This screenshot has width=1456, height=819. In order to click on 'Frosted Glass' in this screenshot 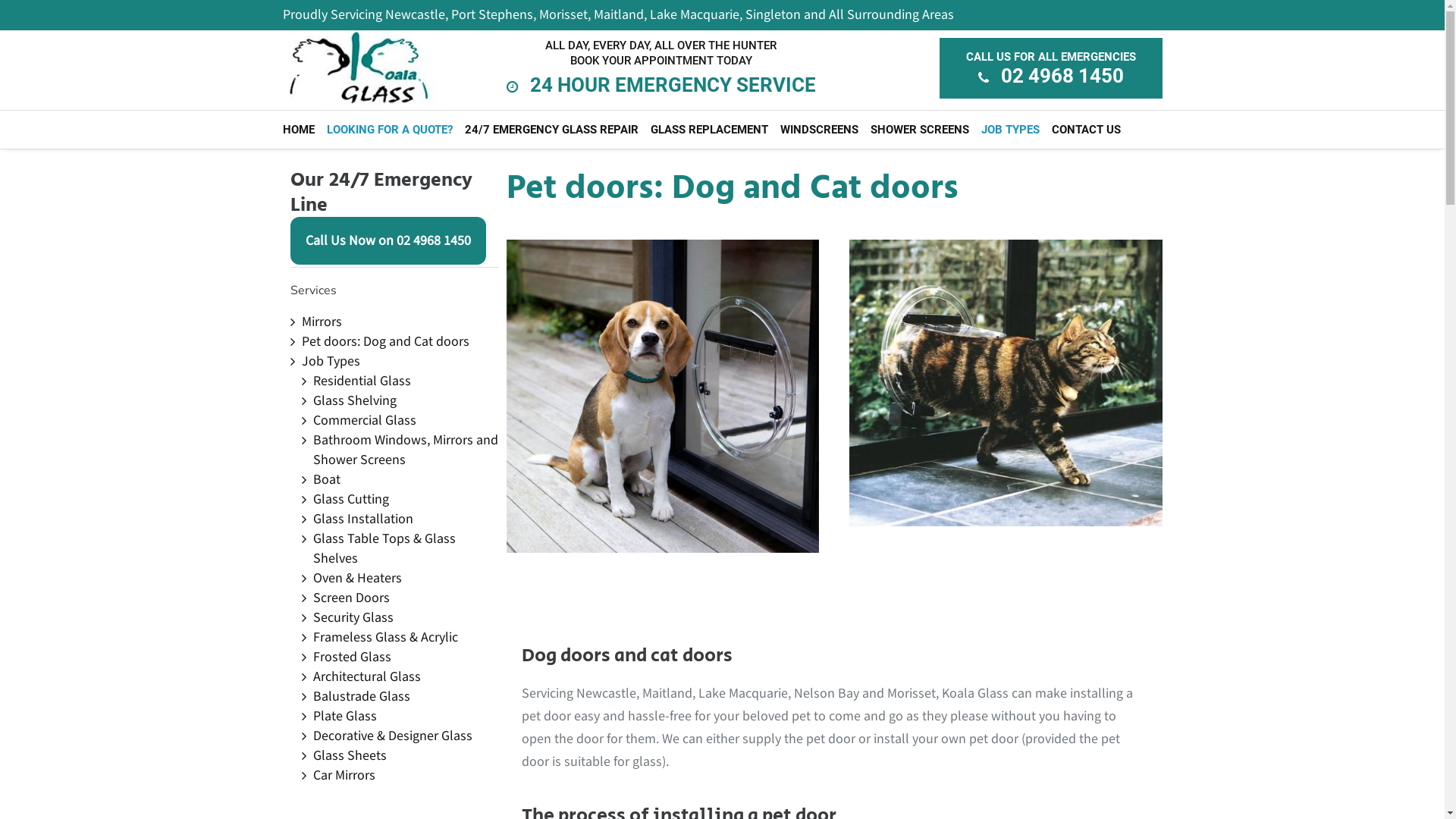, I will do `click(350, 656)`.